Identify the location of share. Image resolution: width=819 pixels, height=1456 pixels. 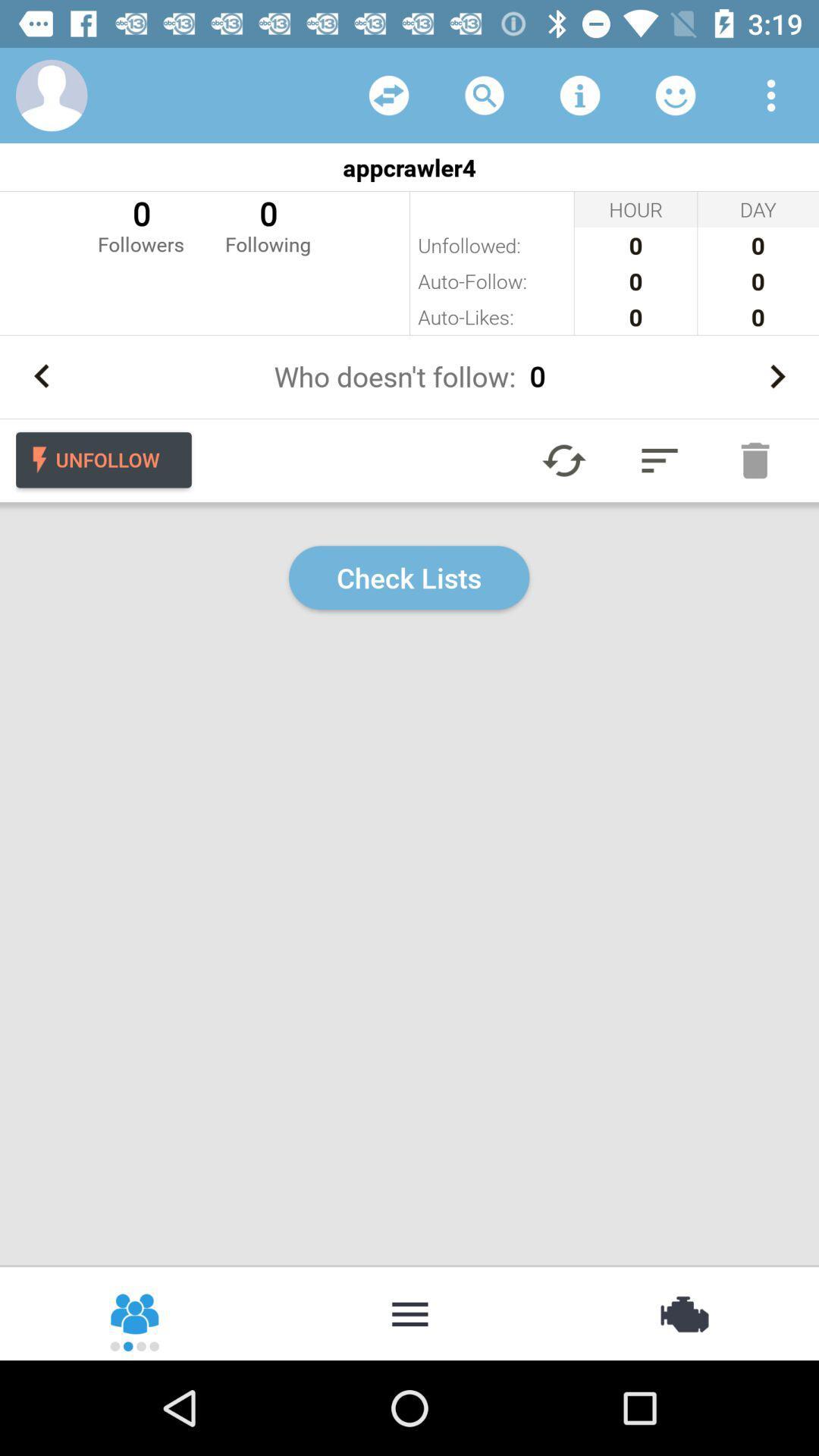
(388, 94).